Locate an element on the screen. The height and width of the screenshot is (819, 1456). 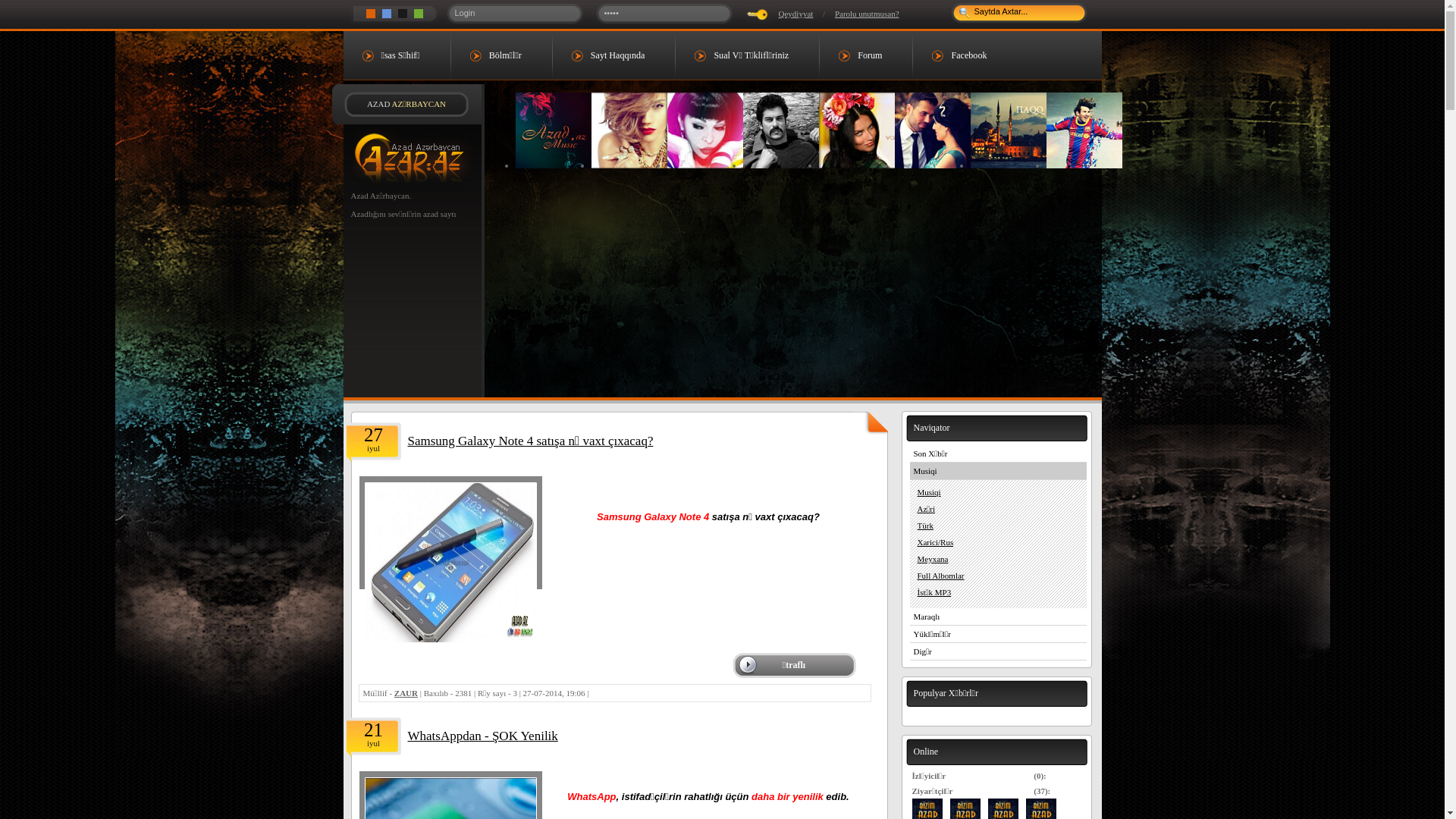
'ZAUR' is located at coordinates (394, 693).